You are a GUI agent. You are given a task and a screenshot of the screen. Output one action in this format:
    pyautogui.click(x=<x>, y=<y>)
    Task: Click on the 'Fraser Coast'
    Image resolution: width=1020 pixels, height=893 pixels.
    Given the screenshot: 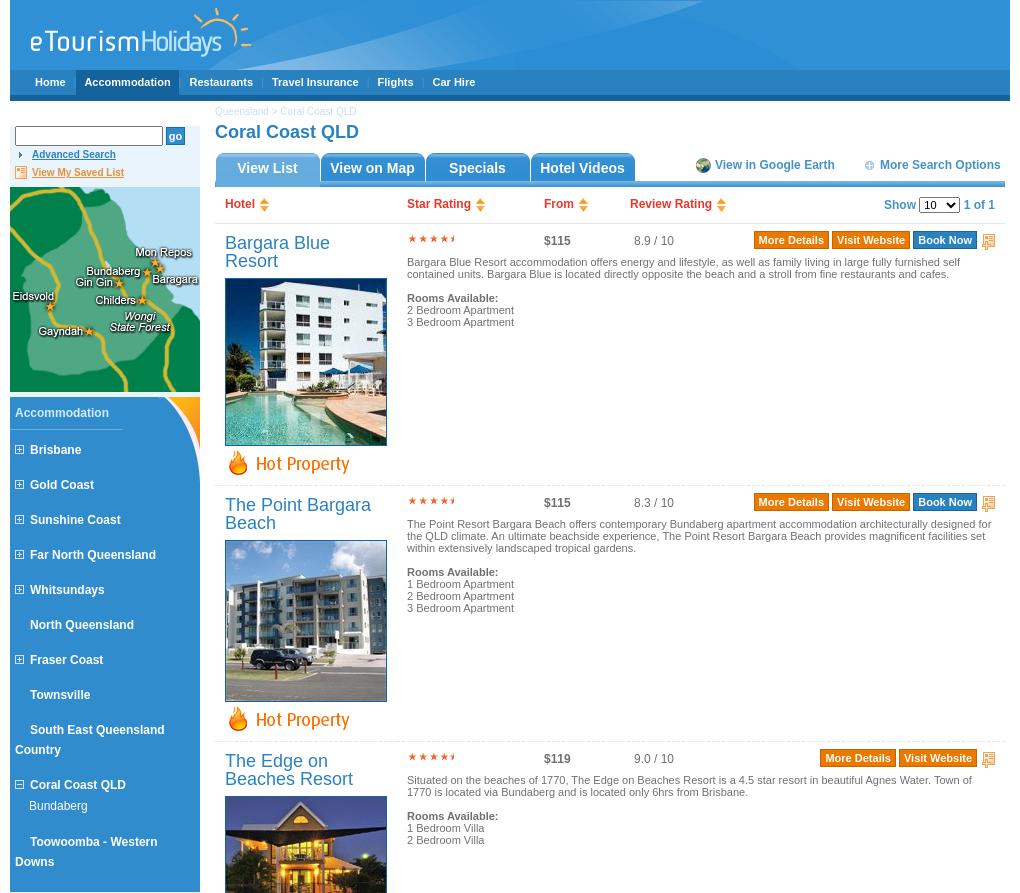 What is the action you would take?
    pyautogui.click(x=66, y=660)
    